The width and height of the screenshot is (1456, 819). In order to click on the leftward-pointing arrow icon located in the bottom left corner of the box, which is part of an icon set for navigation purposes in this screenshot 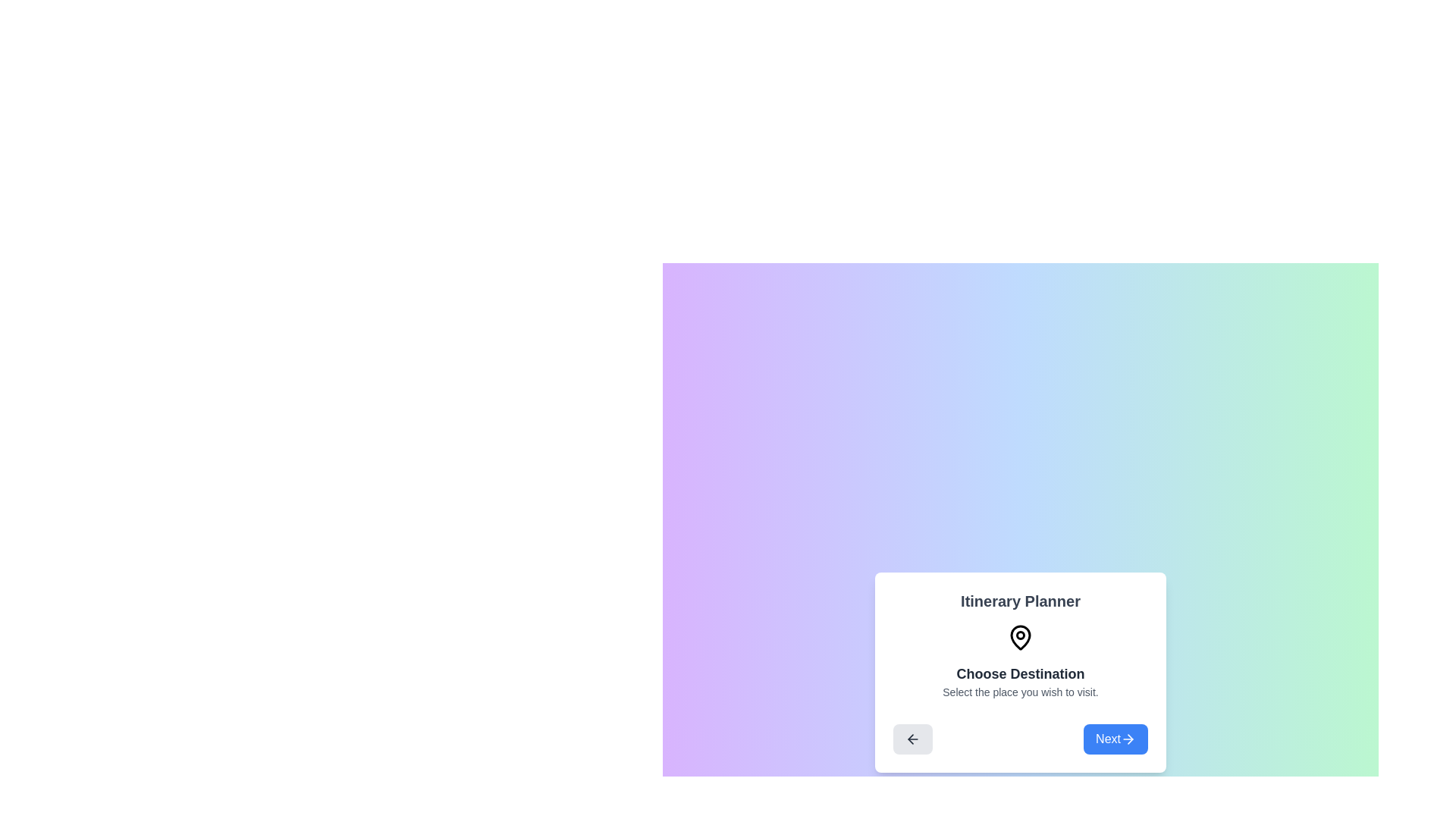, I will do `click(910, 739)`.